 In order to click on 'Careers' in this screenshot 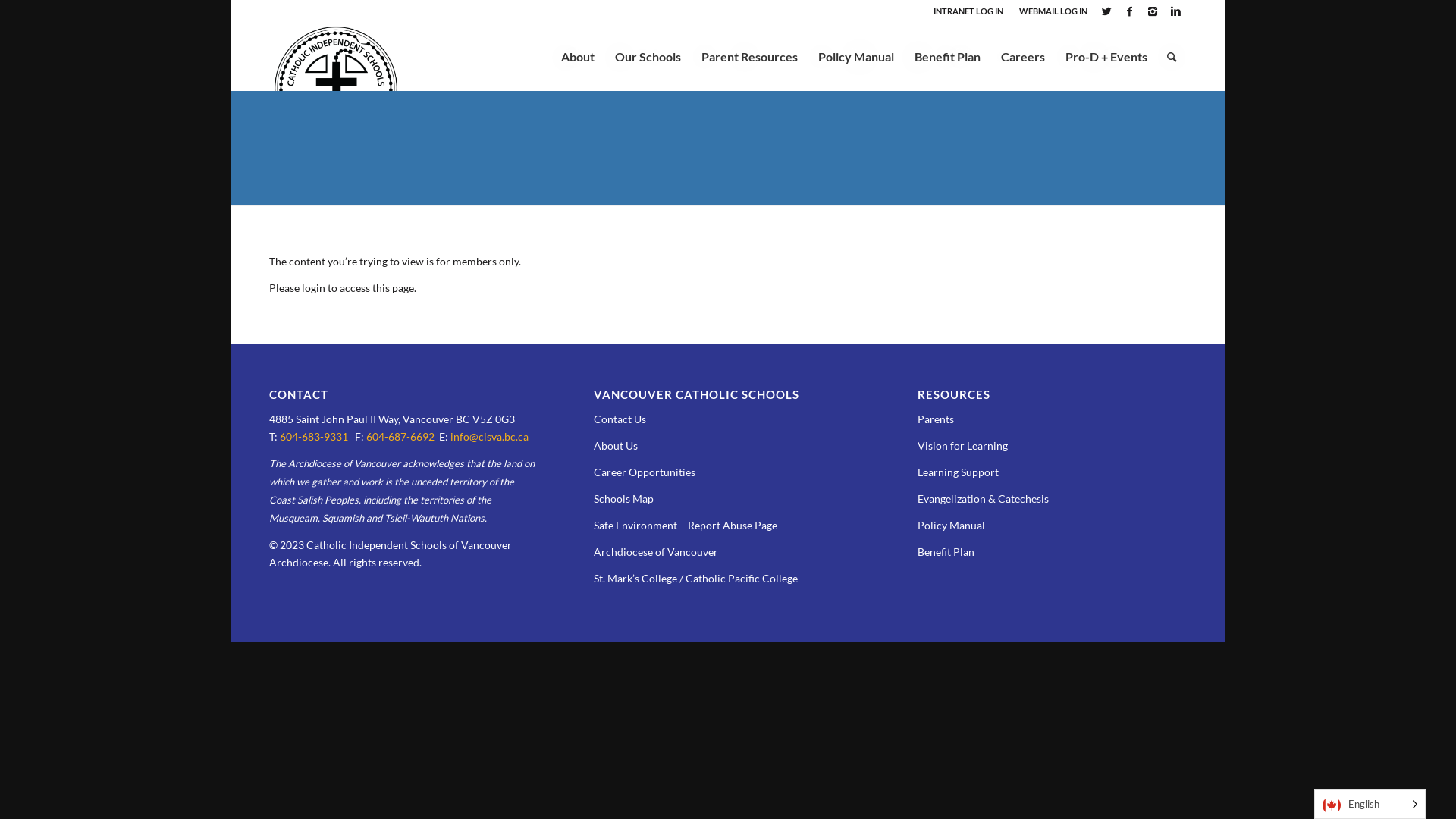, I will do `click(1022, 55)`.